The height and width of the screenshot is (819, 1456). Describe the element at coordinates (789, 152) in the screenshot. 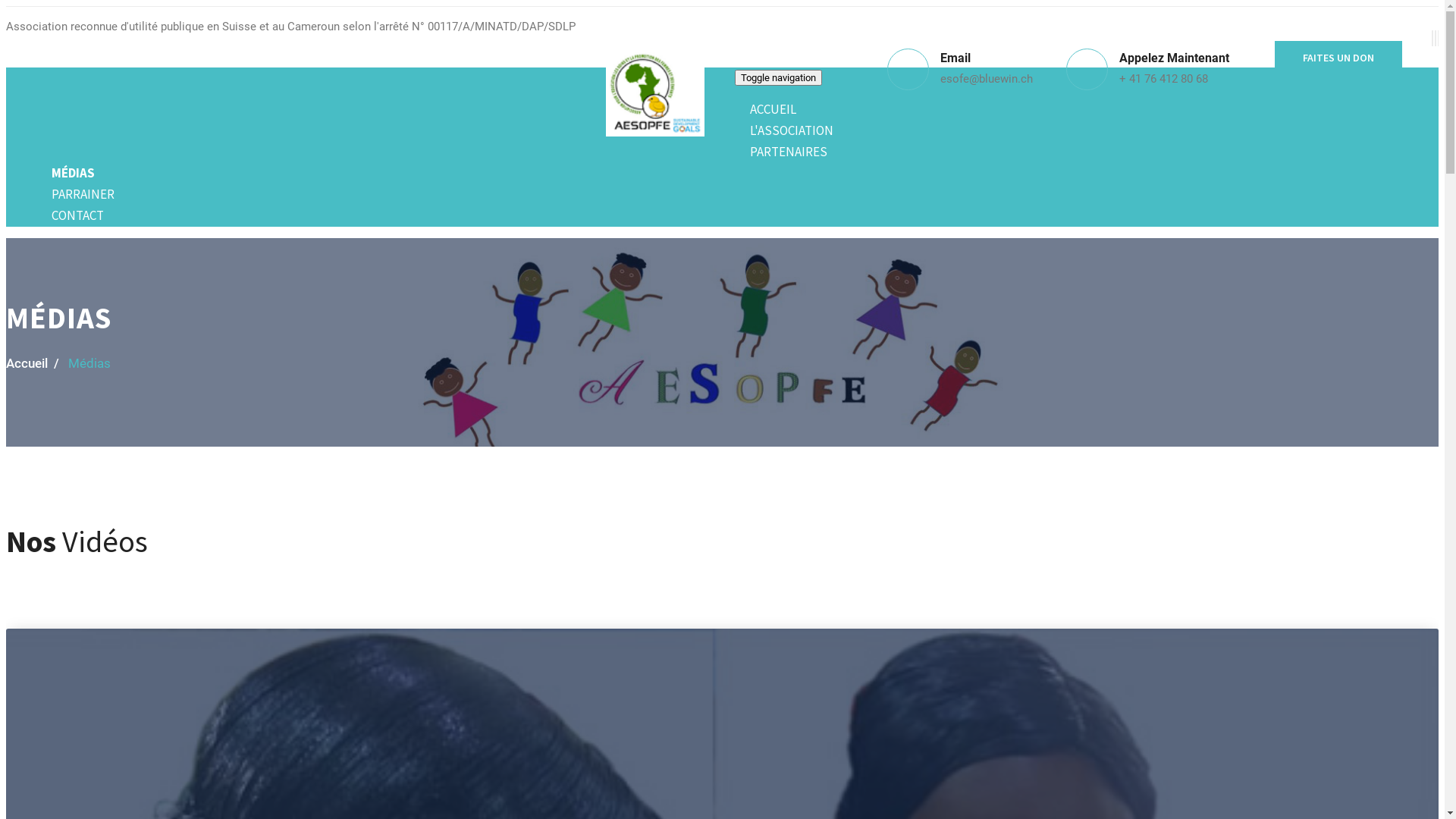

I see `'PARTENAIRES'` at that location.